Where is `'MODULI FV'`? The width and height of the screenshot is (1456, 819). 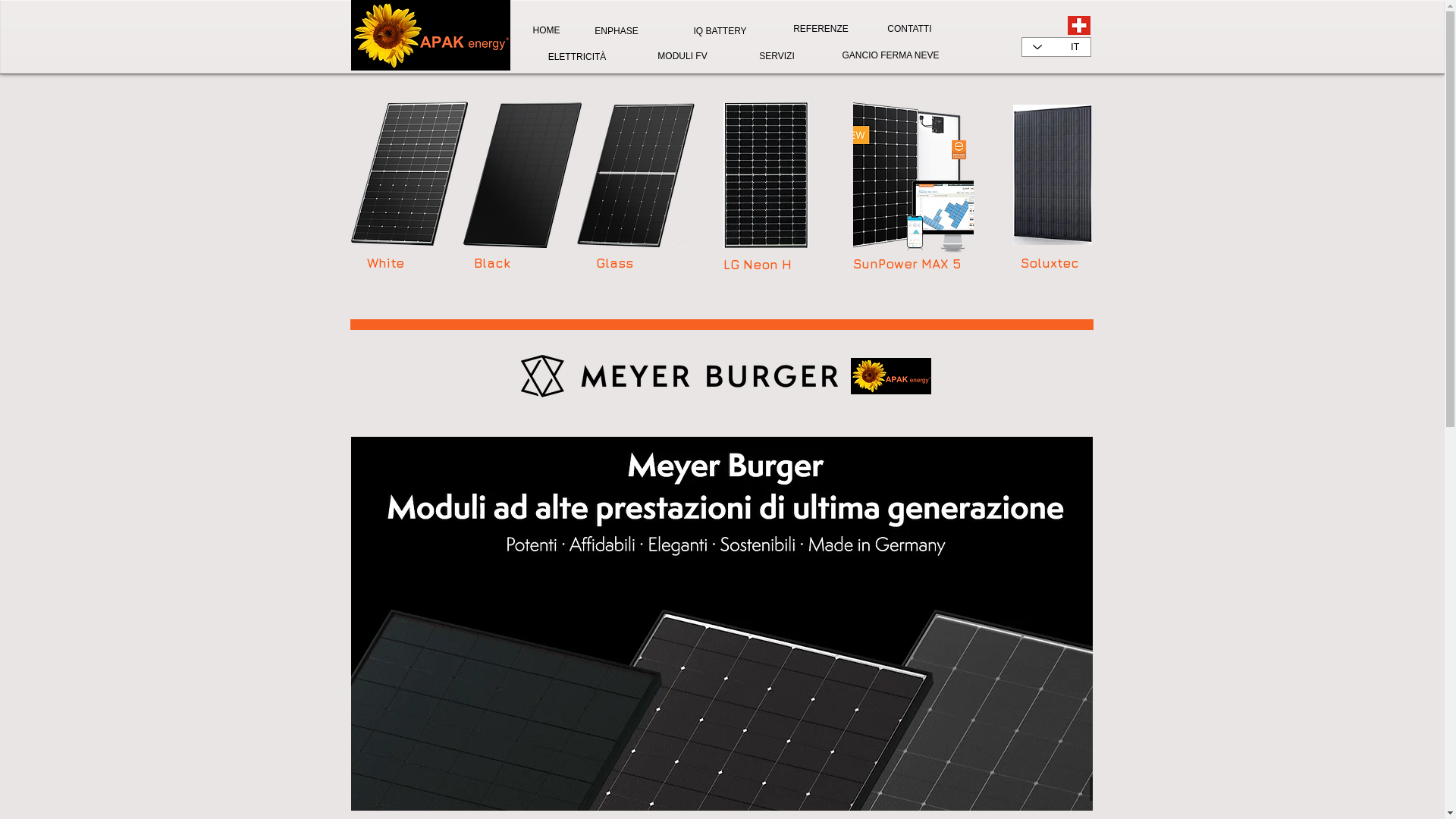
'MODULI FV' is located at coordinates (681, 55).